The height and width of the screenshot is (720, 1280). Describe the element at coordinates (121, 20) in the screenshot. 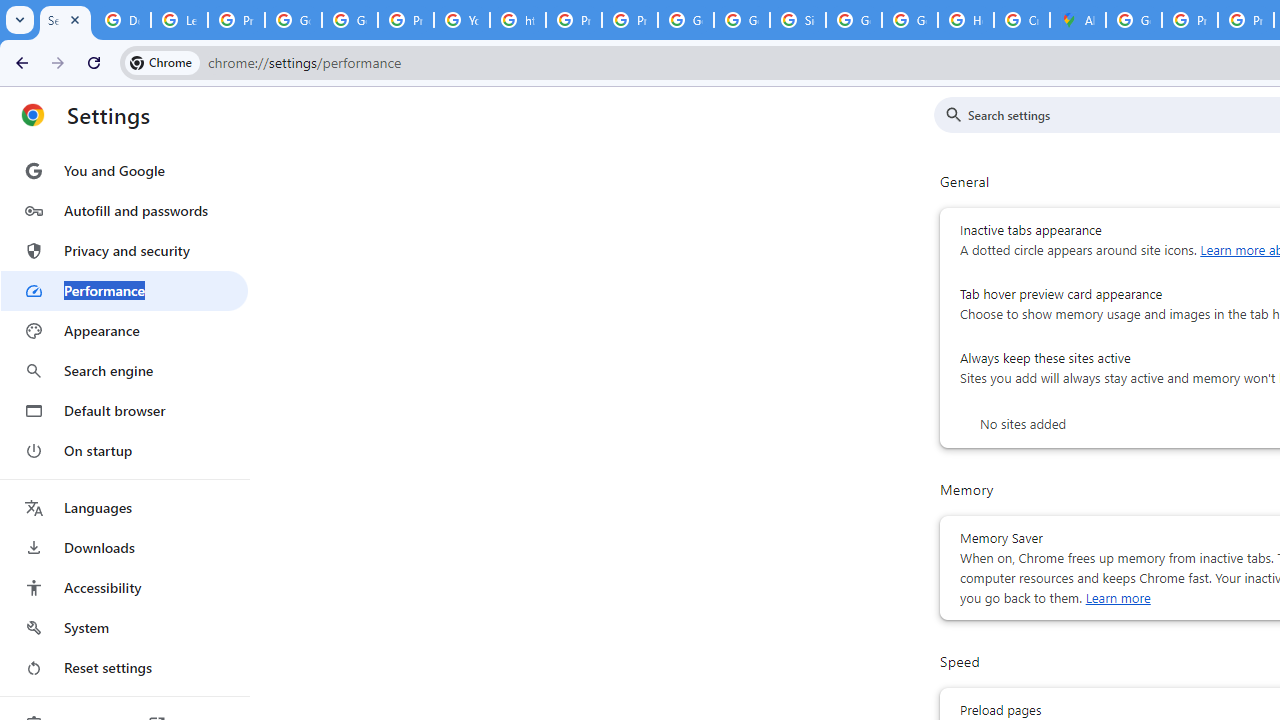

I see `'Delete photos & videos - Computer - Google Photos Help'` at that location.